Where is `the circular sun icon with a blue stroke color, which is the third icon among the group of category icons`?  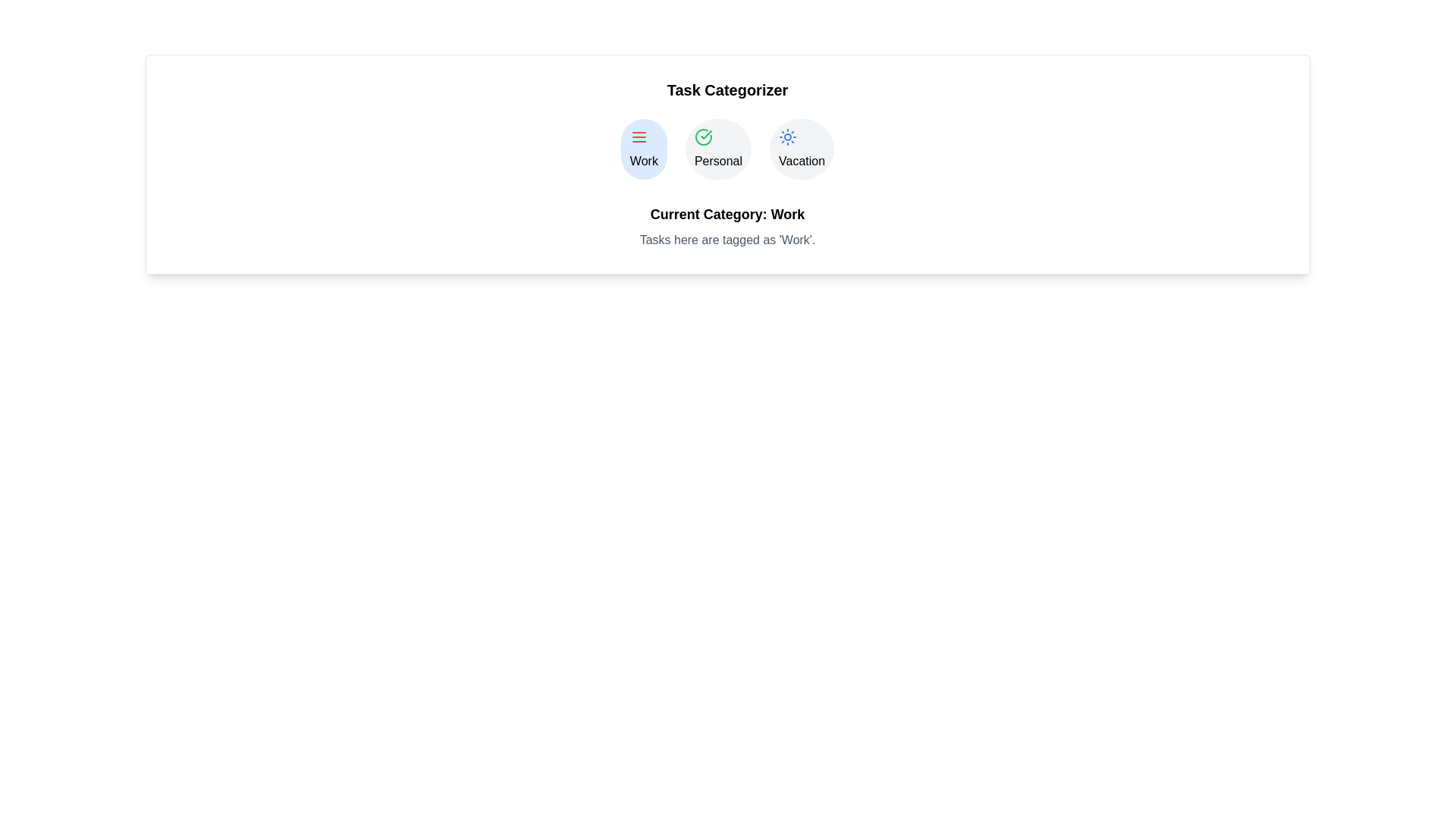 the circular sun icon with a blue stroke color, which is the third icon among the group of category icons is located at coordinates (788, 137).